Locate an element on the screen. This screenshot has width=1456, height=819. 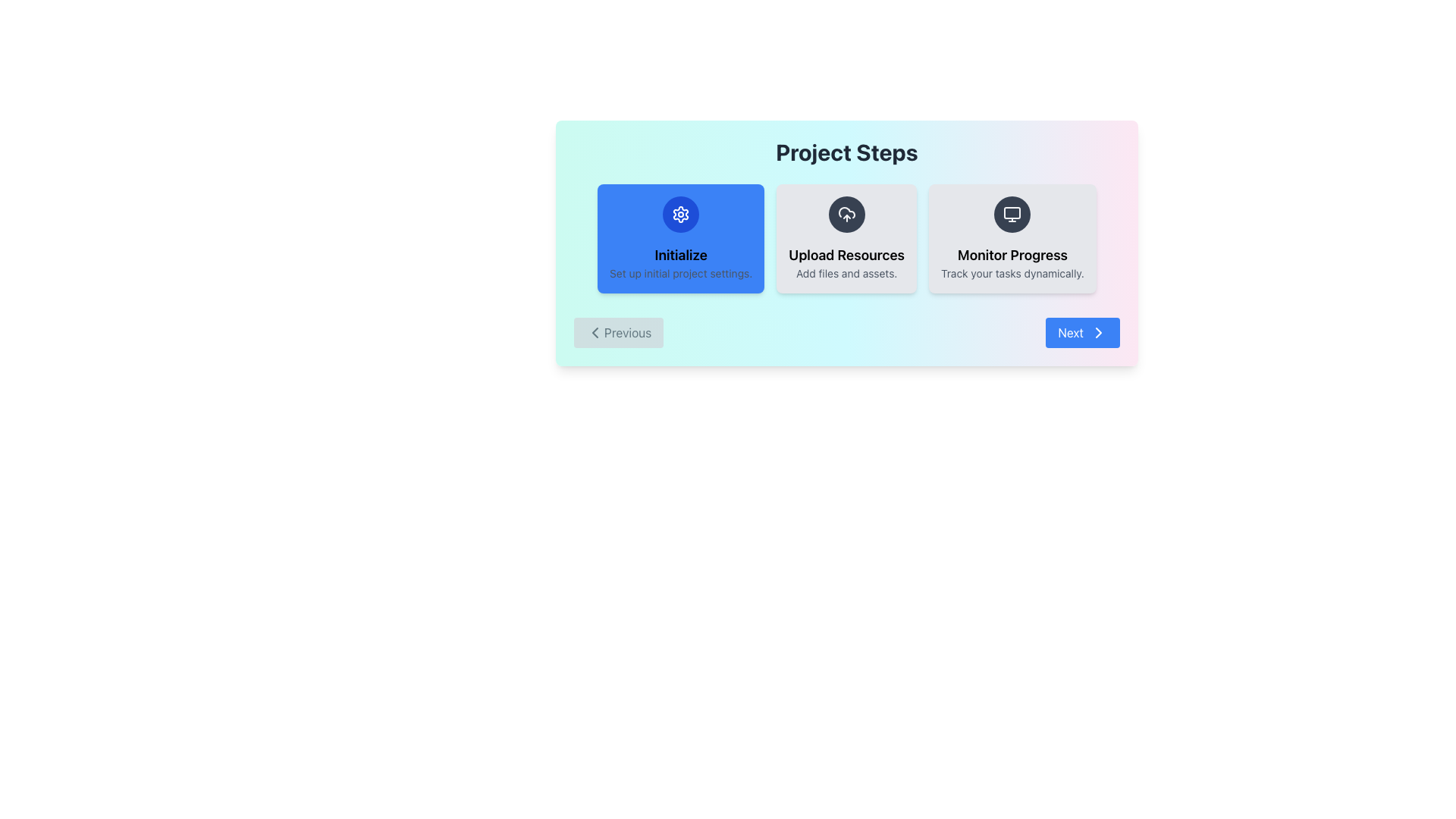
text label displaying the message 'Add files and assets.' located below 'Upload Resources' in the central panel is located at coordinates (846, 274).